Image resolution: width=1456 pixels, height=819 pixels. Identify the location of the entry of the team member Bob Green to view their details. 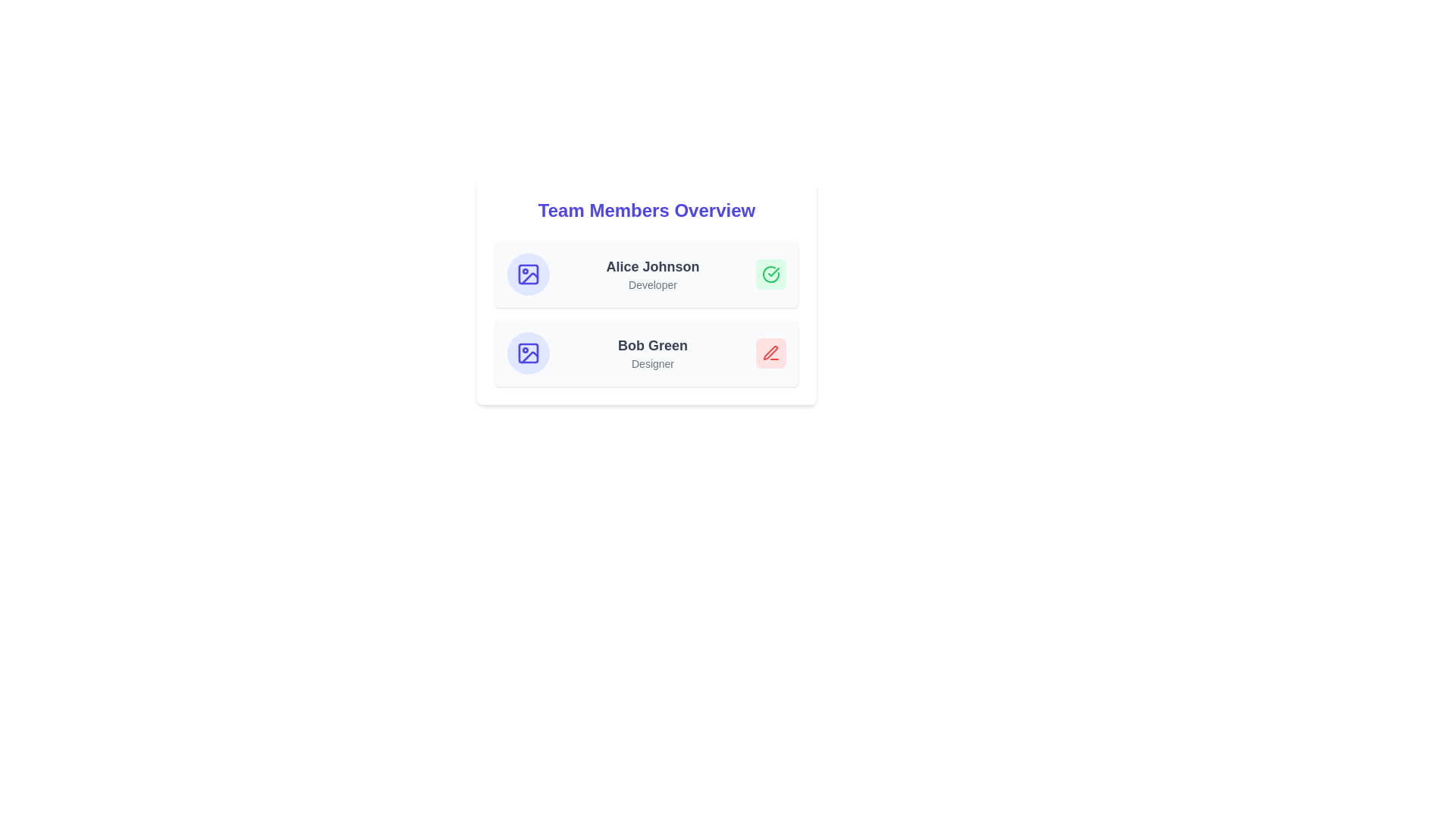
(647, 353).